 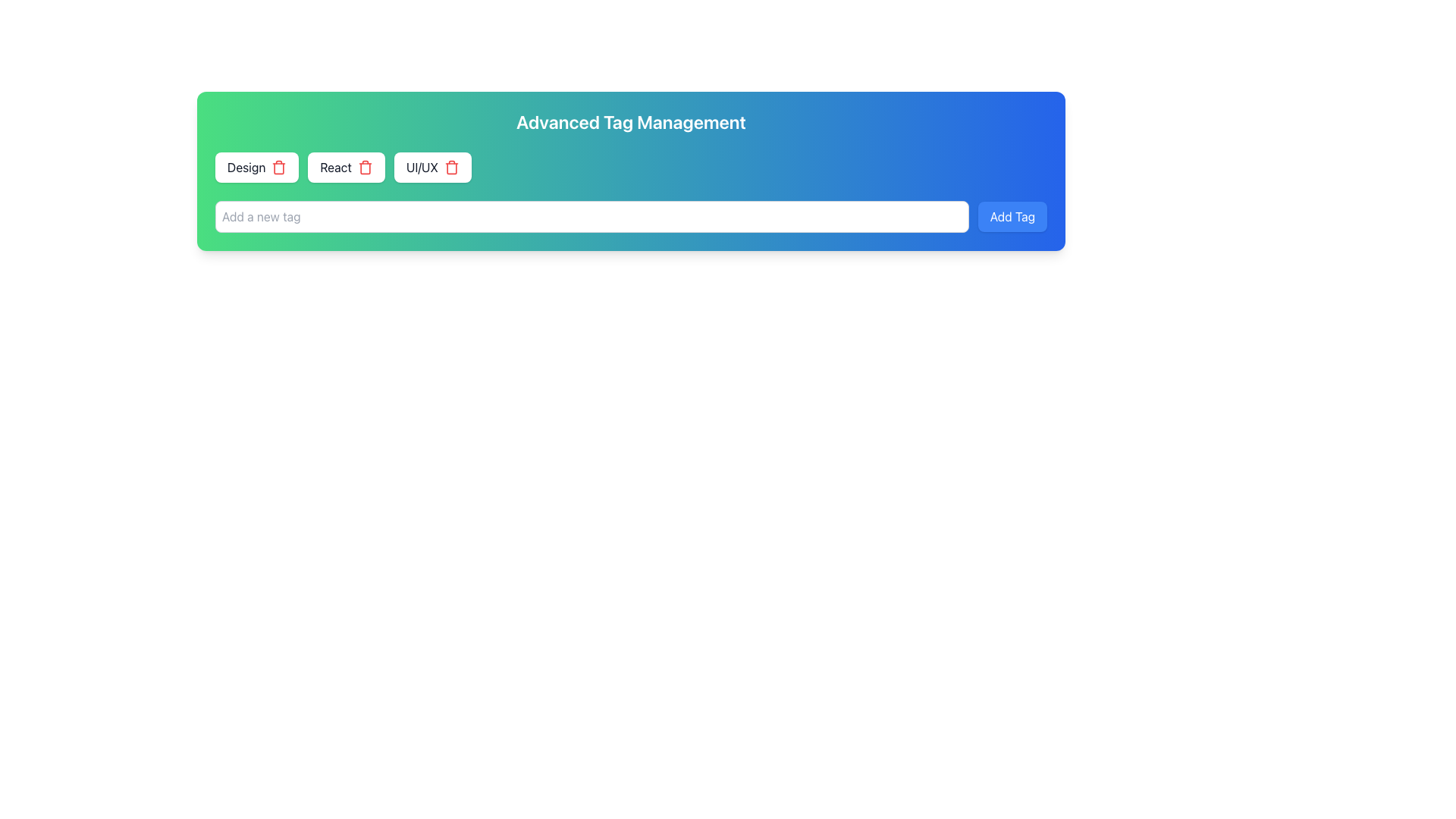 What do you see at coordinates (431, 167) in the screenshot?
I see `the 'UI/UX' button with a trash bin icon` at bounding box center [431, 167].